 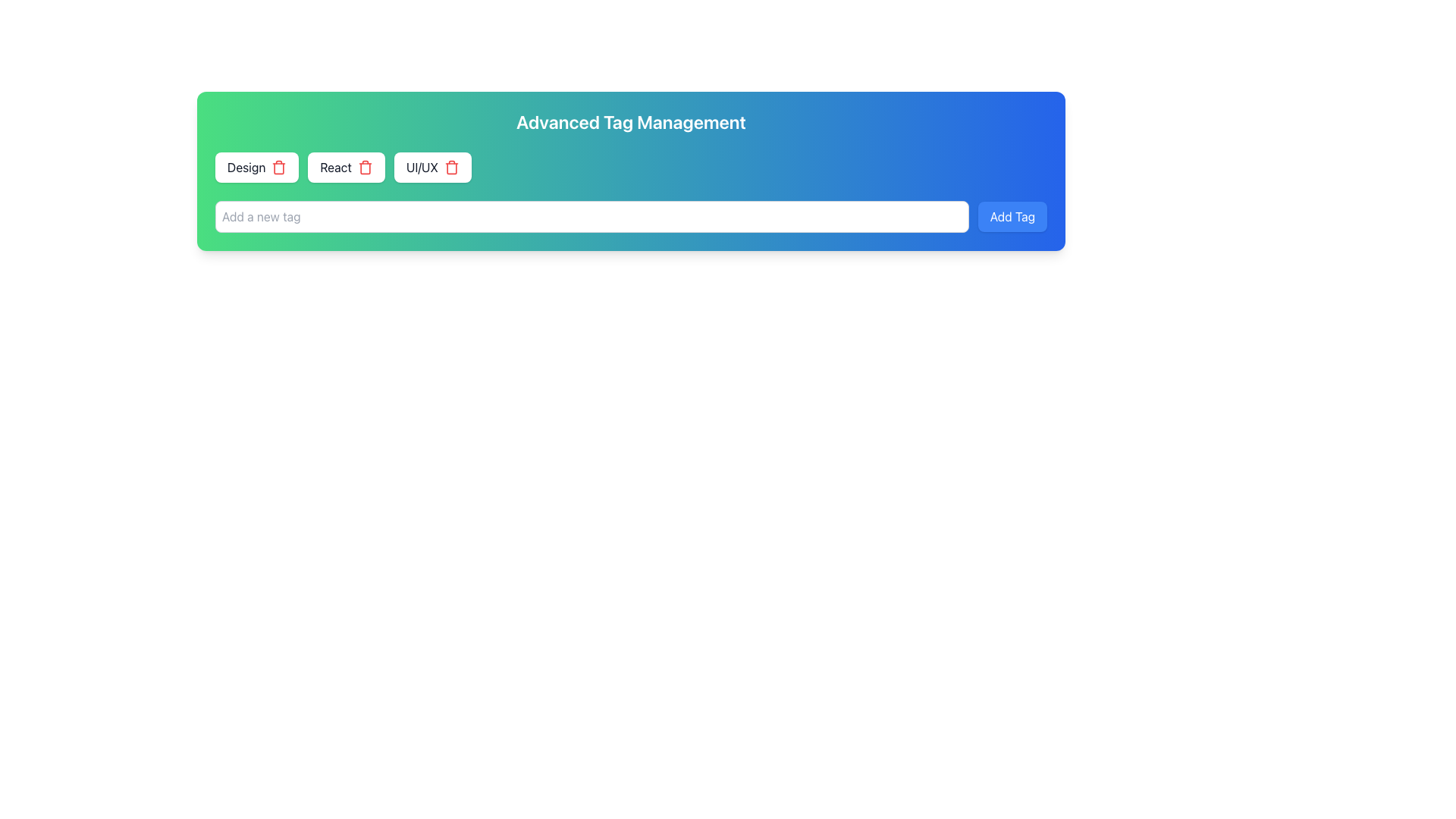 What do you see at coordinates (431, 167) in the screenshot?
I see `the 'UI/UX' button with a trash bin icon` at bounding box center [431, 167].